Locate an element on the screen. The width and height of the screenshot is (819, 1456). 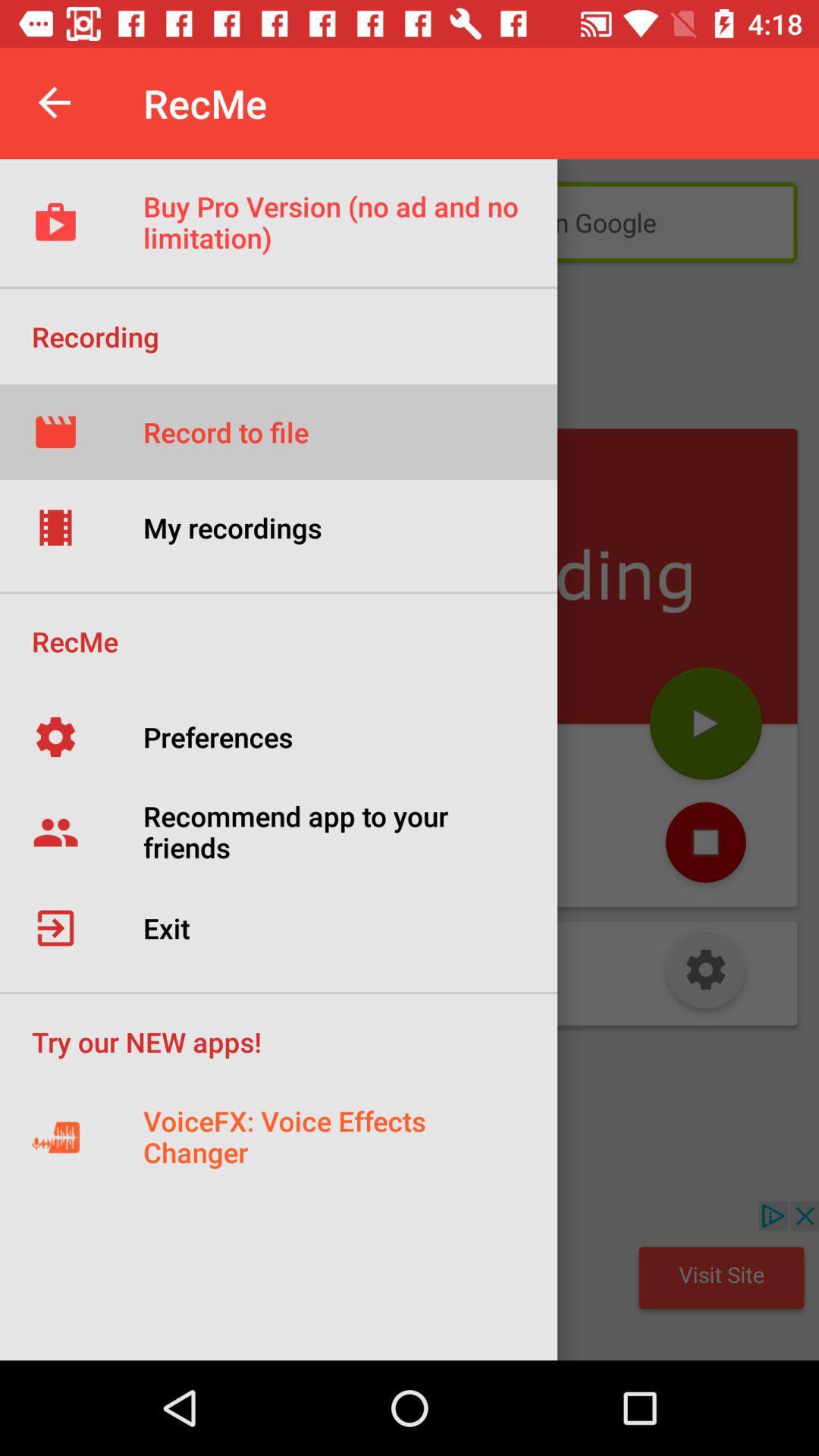
advertisement is located at coordinates (409, 1280).